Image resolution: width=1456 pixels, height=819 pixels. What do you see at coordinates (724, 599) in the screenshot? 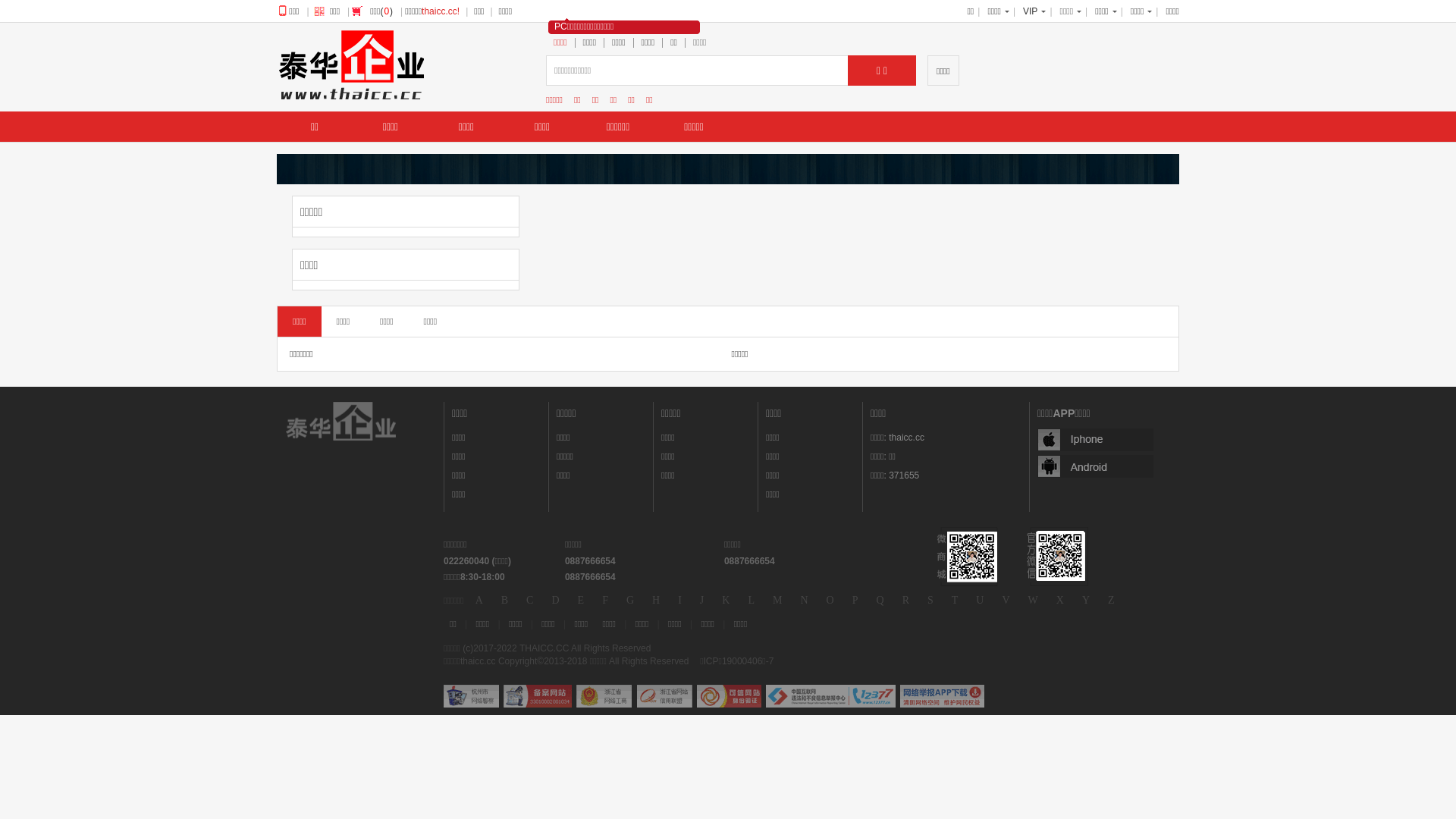
I see `'K'` at bounding box center [724, 599].